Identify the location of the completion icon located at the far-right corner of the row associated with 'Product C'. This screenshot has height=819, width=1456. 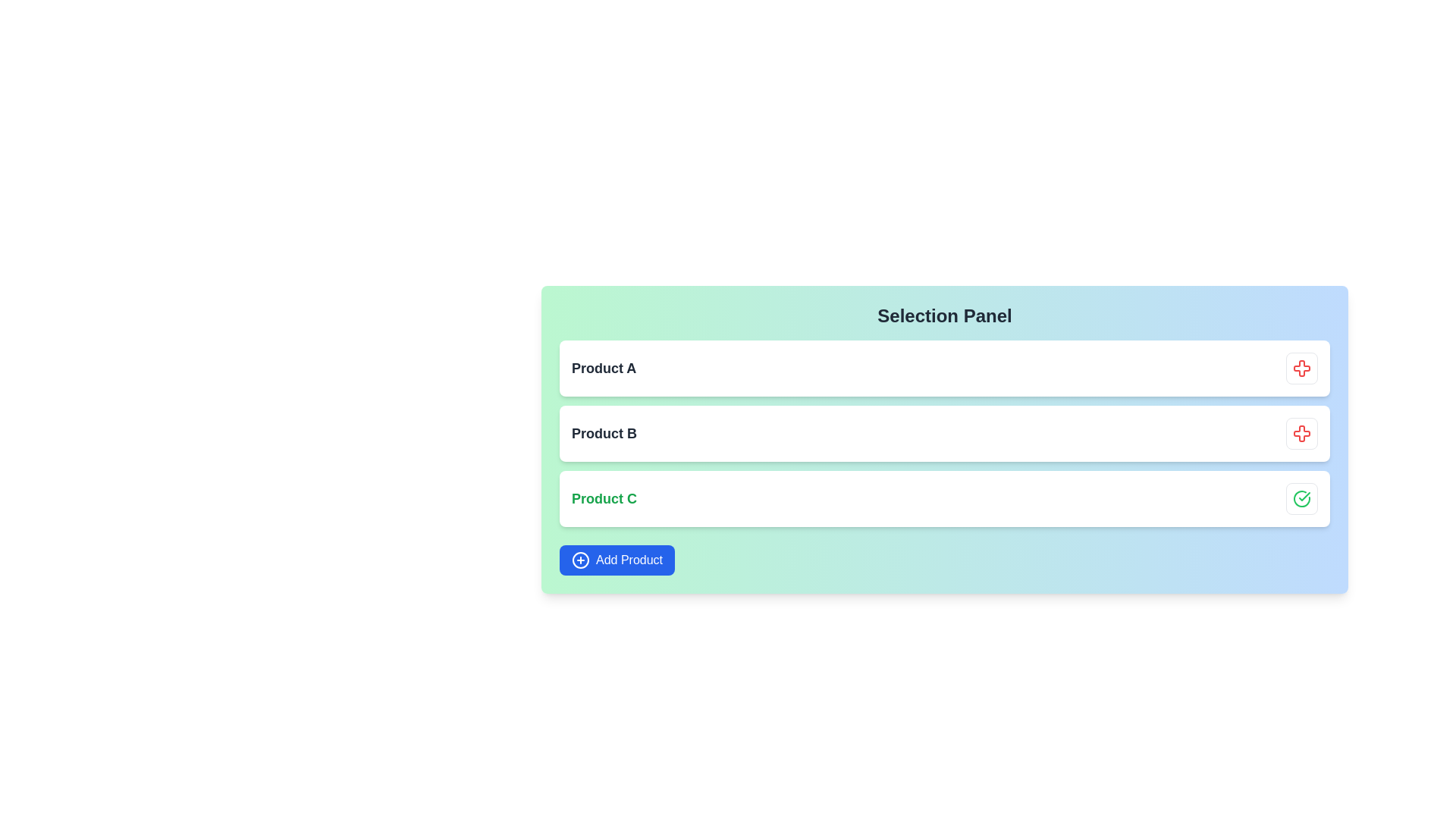
(1301, 499).